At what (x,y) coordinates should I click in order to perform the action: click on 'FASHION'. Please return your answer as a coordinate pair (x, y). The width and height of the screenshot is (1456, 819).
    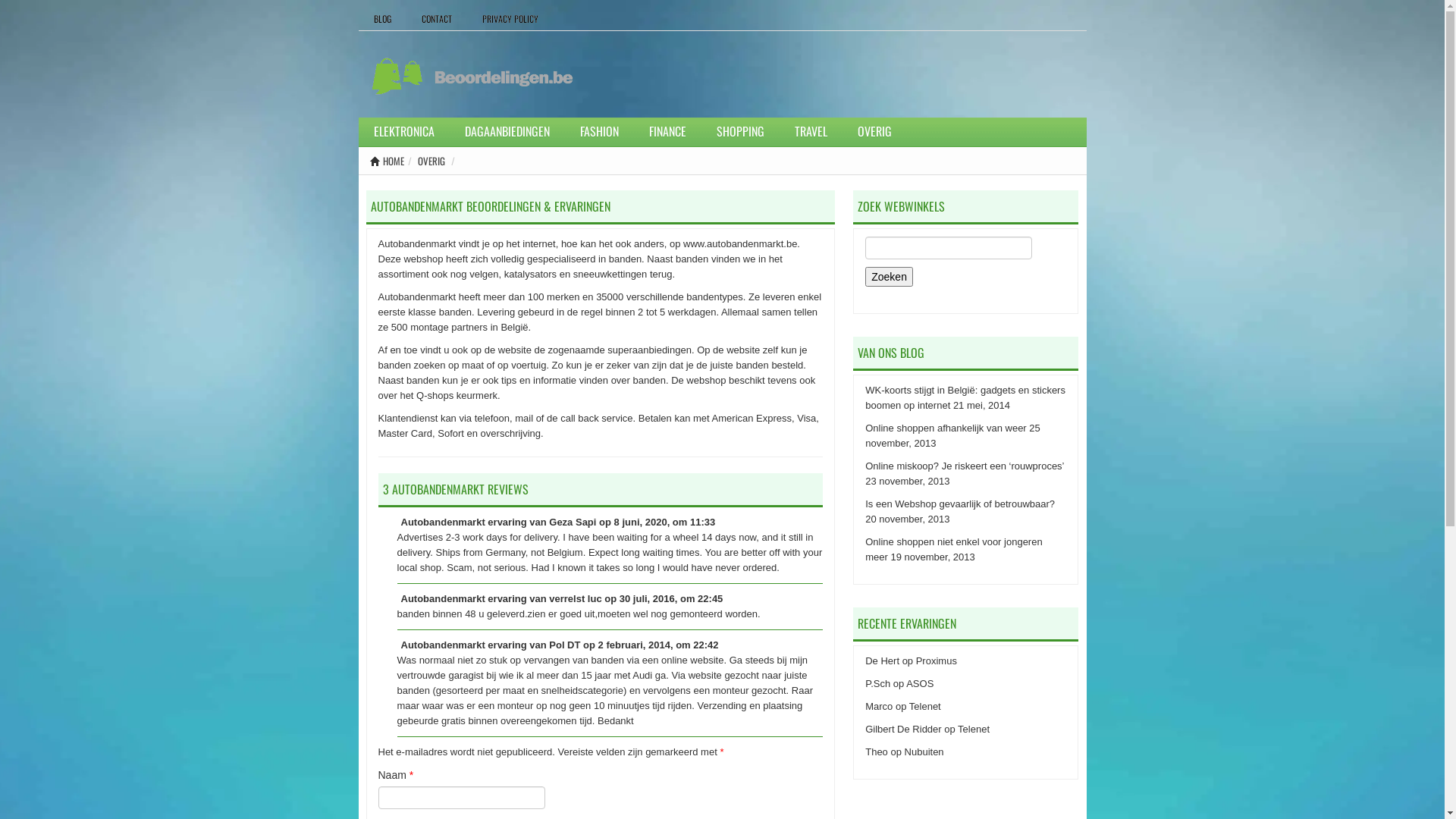
    Looking at the image, I should click on (598, 130).